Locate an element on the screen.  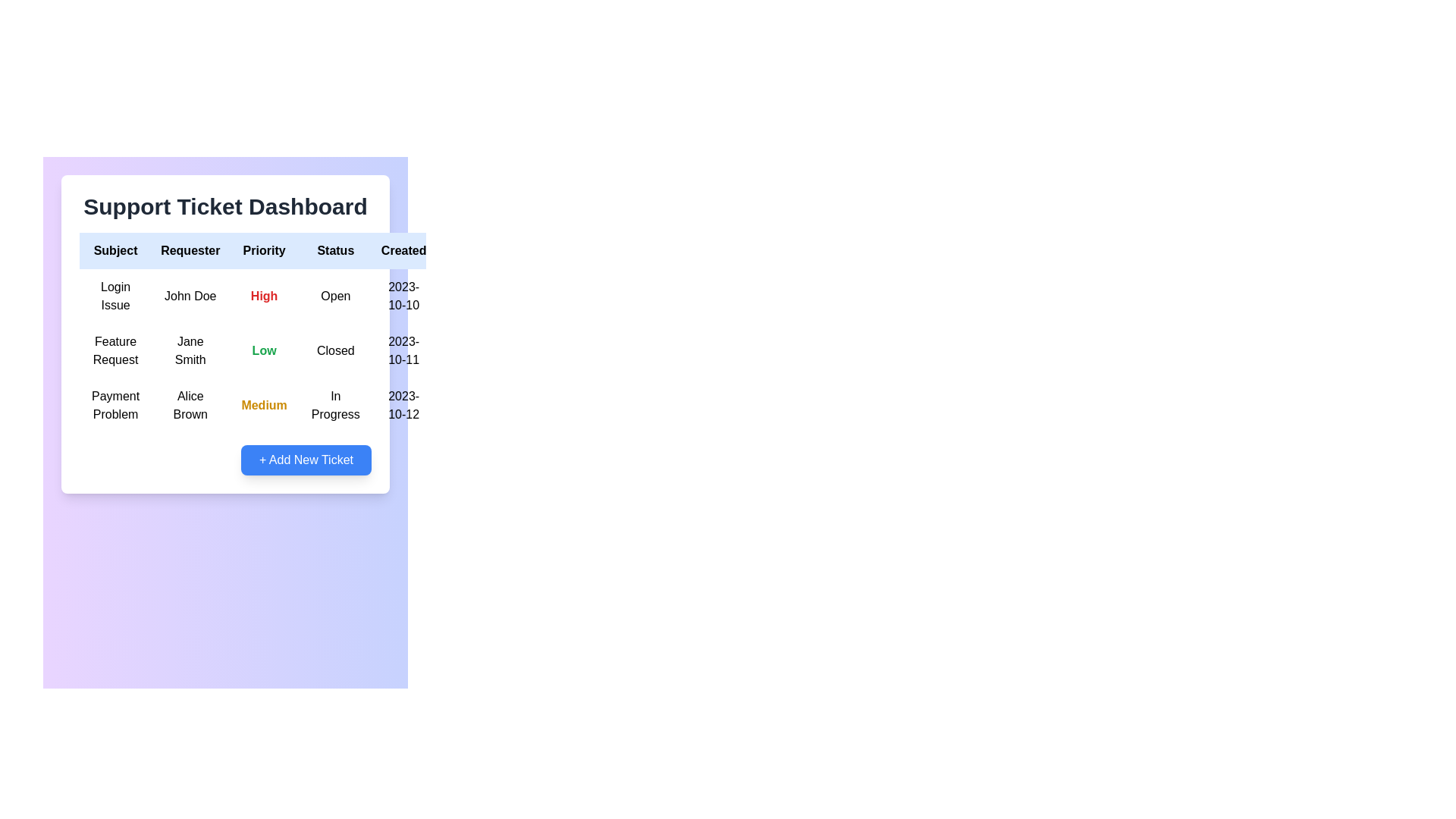
the third row of the ticket table that displays details of a support ticket, located between the 'Feature Request' row and the '+ Add New Ticket' button is located at coordinates (290, 405).